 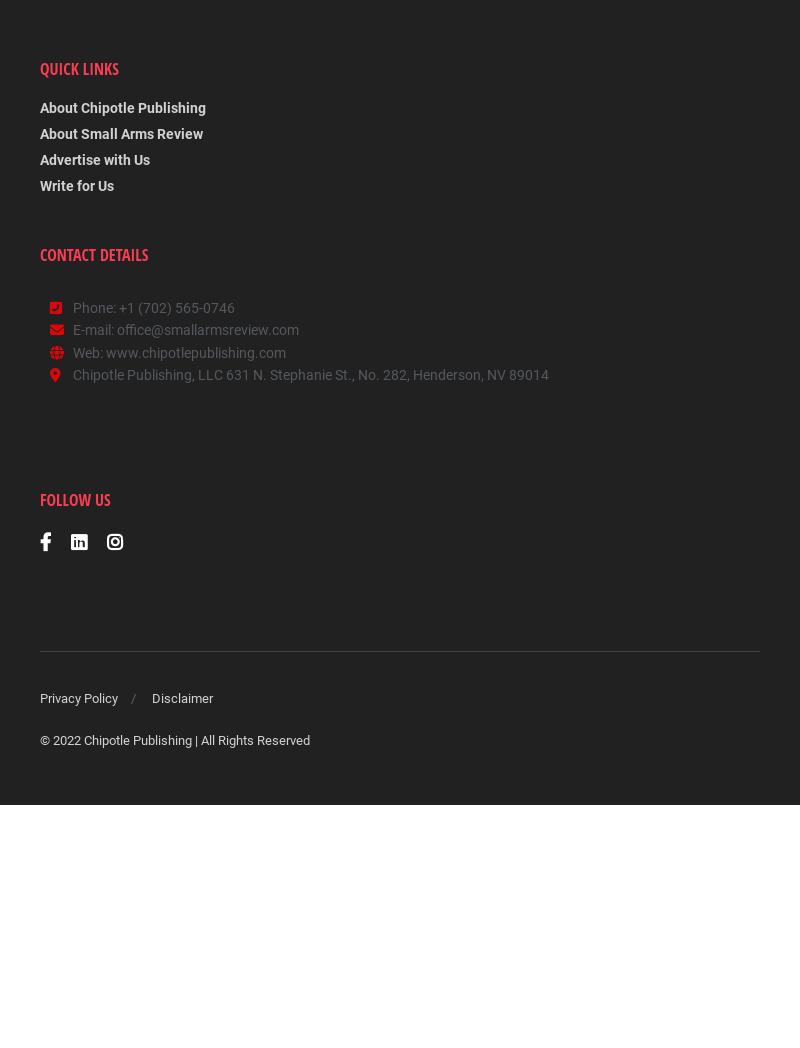 I want to click on 'Privacy Policy', so click(x=39, y=699).